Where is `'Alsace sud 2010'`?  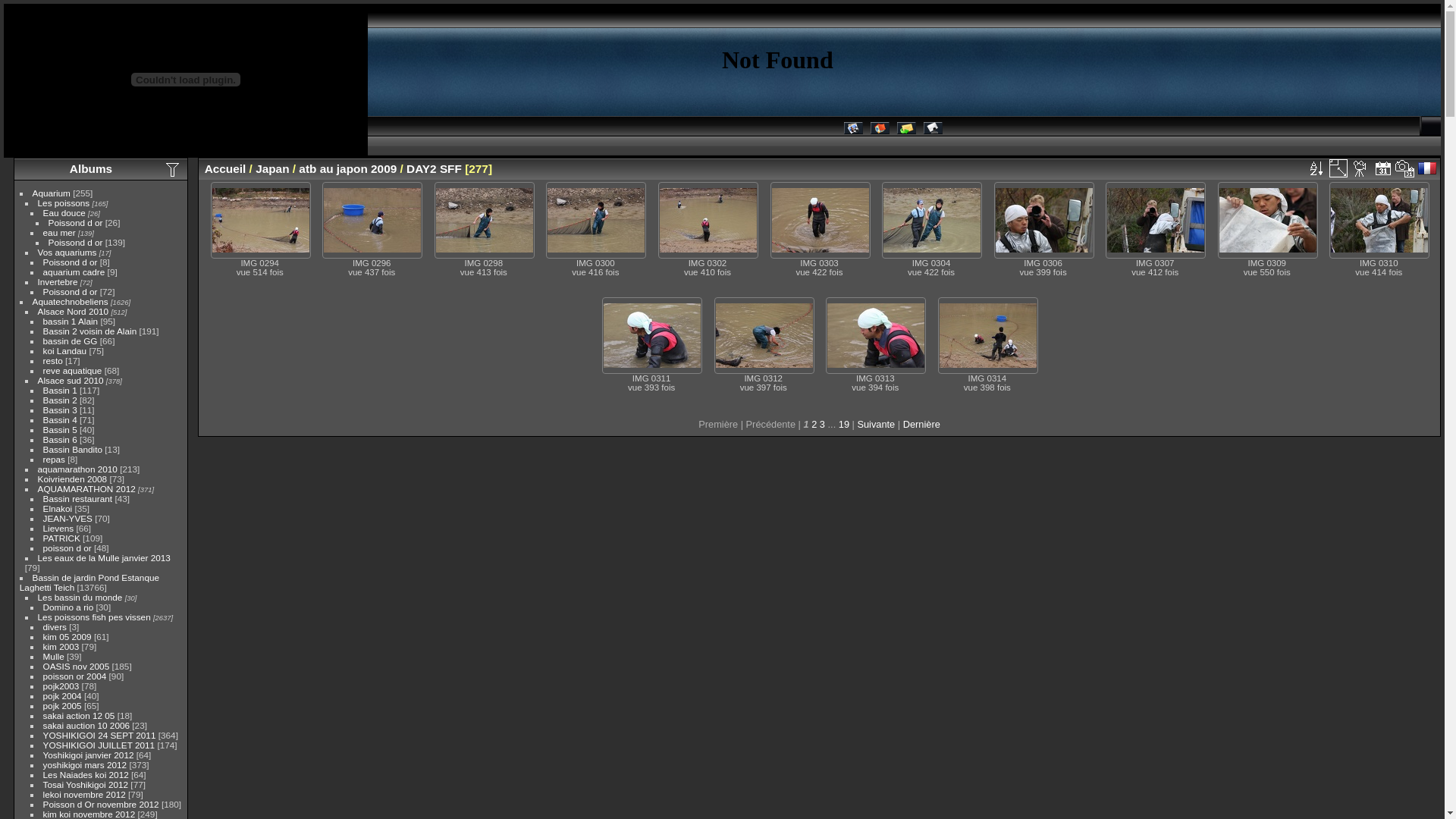 'Alsace sud 2010' is located at coordinates (70, 379).